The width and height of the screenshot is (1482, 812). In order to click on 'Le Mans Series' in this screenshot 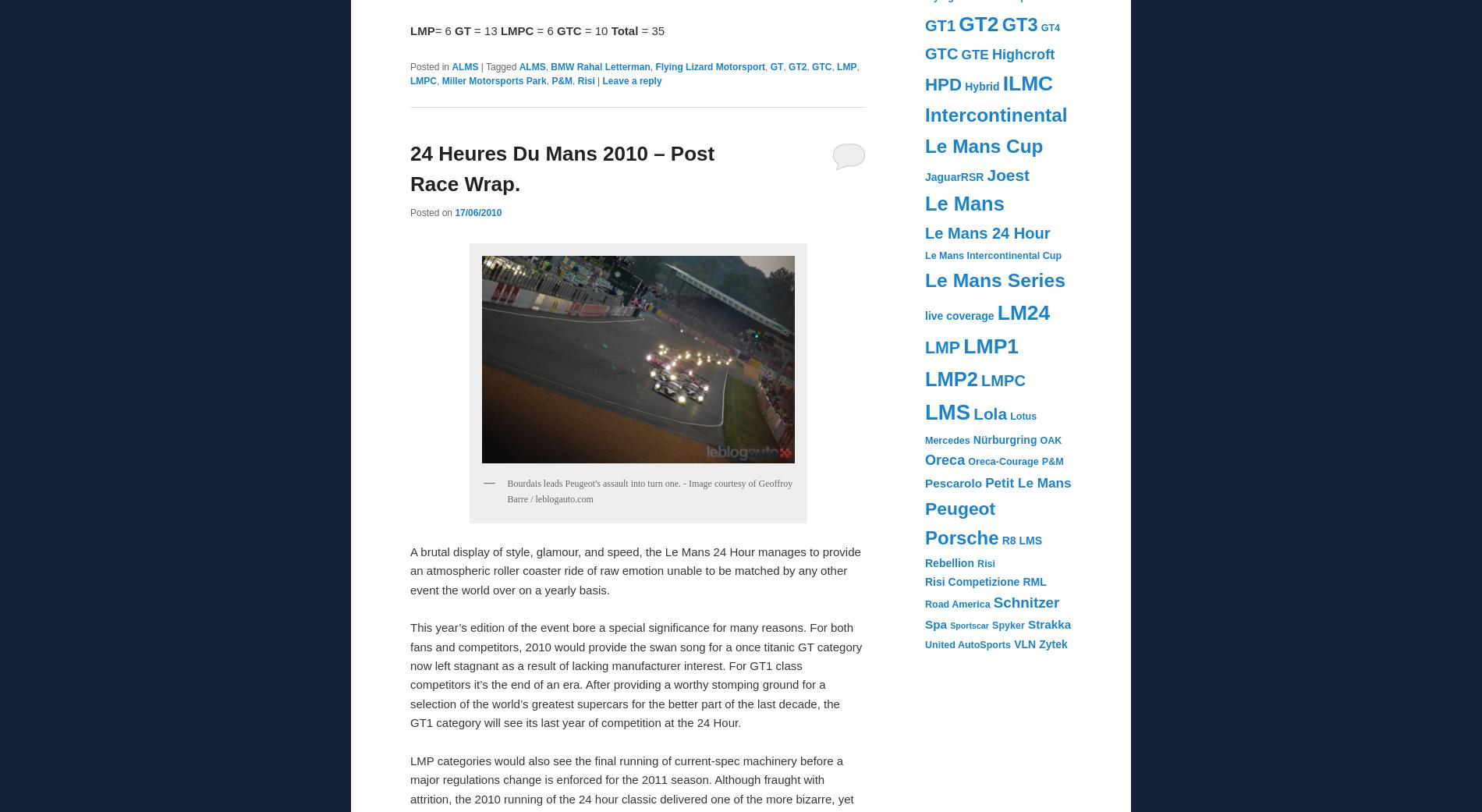, I will do `click(994, 279)`.